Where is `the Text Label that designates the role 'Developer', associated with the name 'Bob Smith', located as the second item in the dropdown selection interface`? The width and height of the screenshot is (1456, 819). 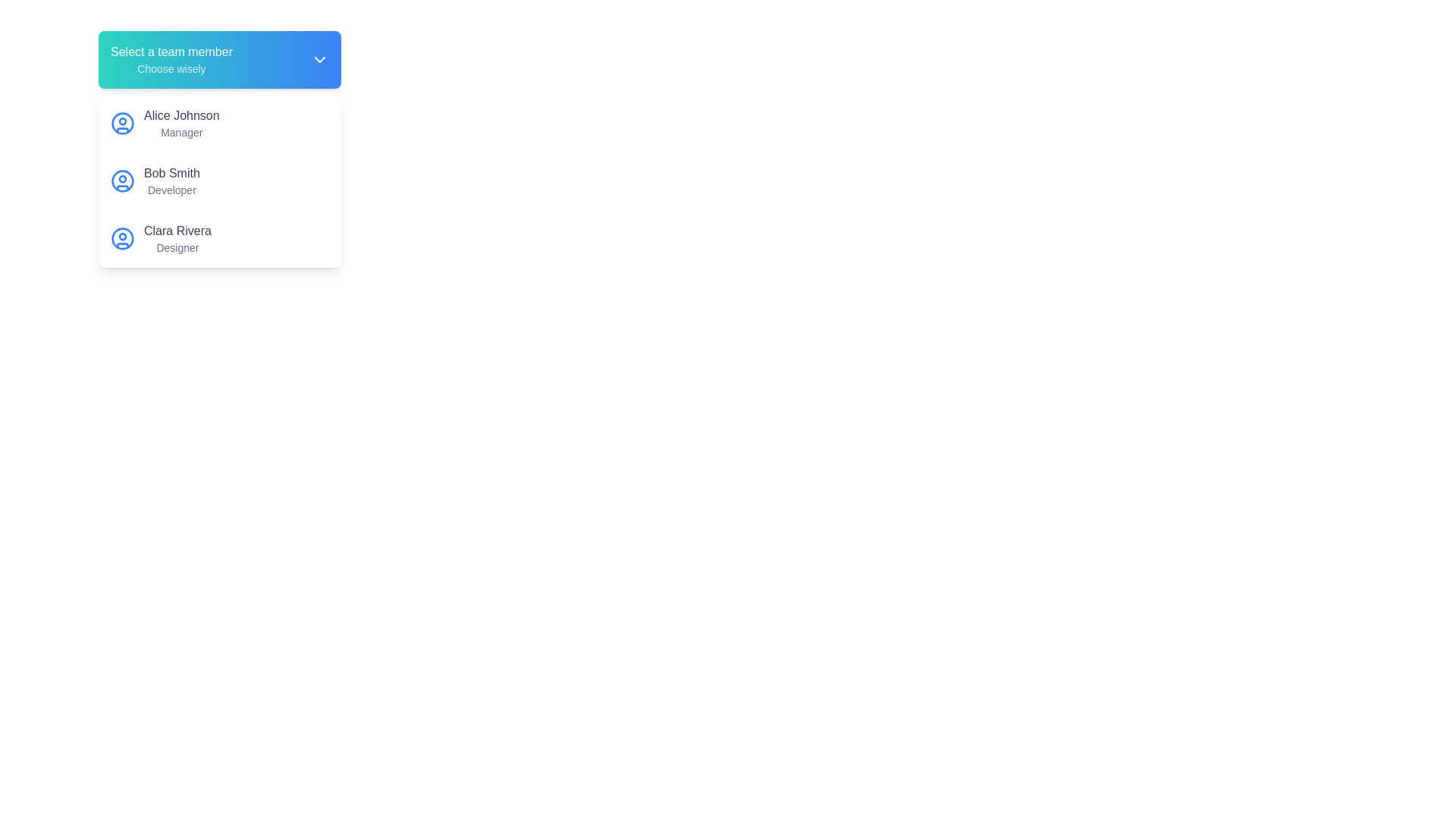 the Text Label that designates the role 'Developer', associated with the name 'Bob Smith', located as the second item in the dropdown selection interface is located at coordinates (171, 189).